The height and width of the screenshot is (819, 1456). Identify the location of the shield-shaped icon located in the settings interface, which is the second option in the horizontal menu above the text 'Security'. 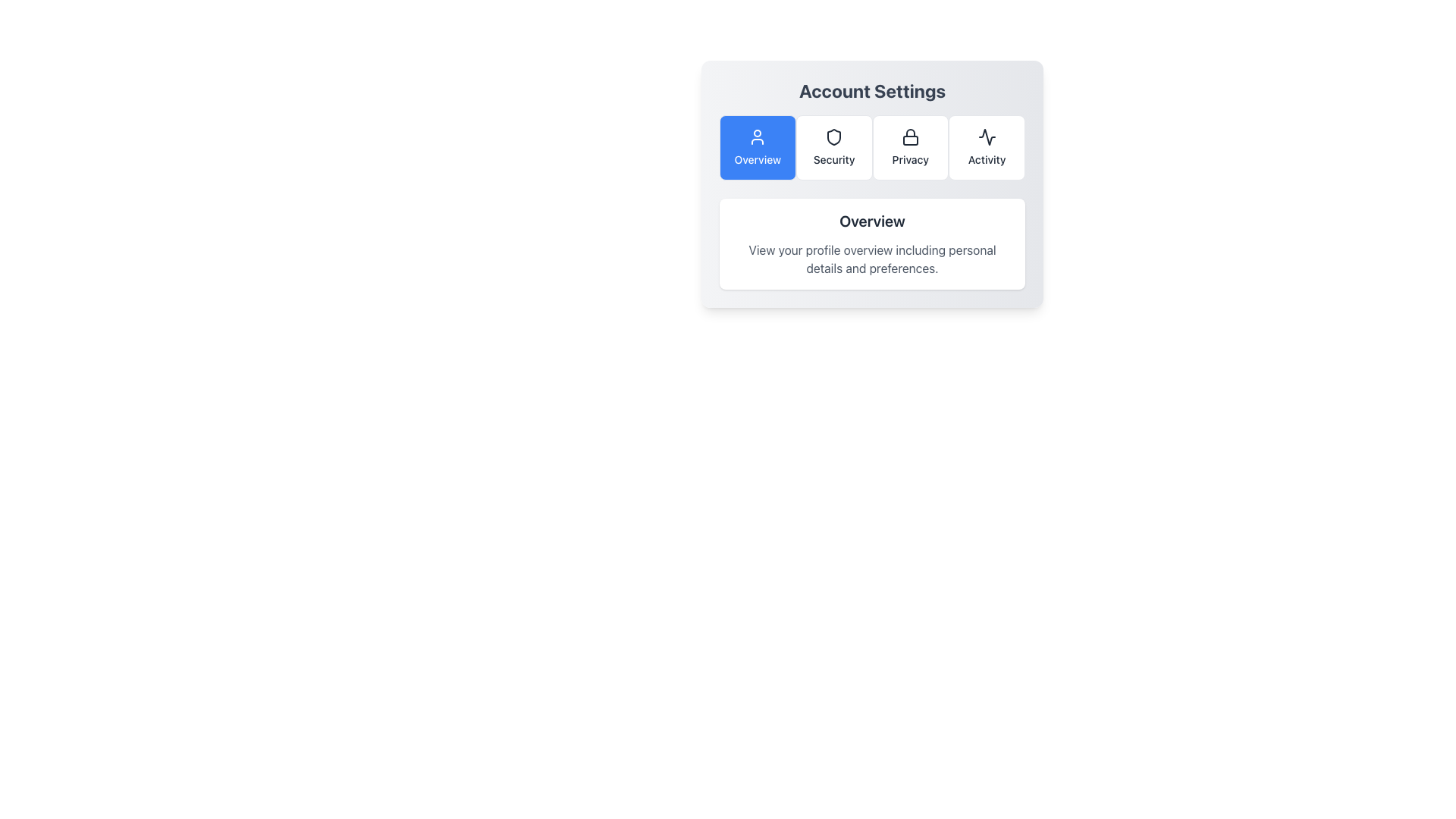
(833, 137).